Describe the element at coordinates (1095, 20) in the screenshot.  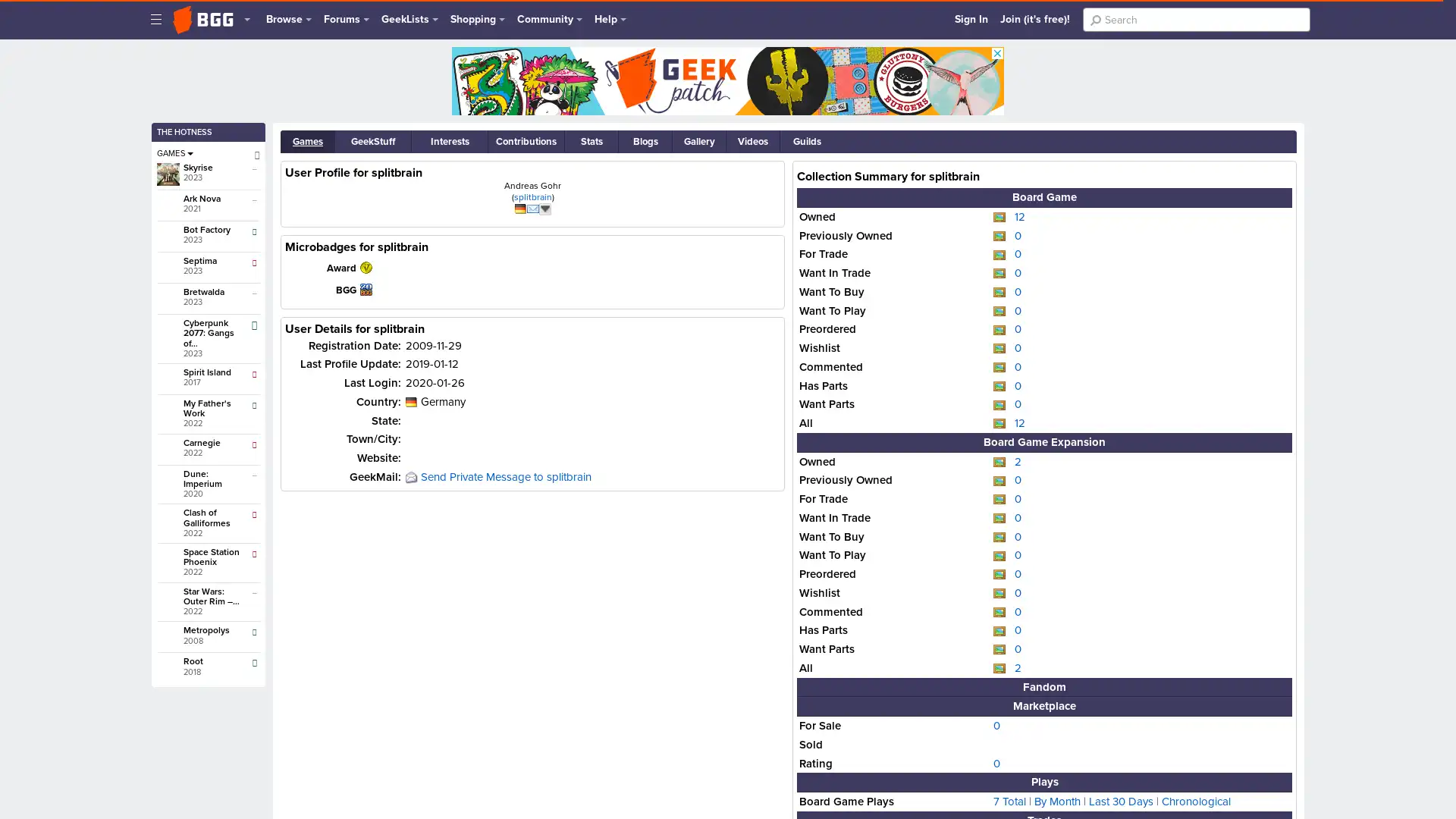
I see `Search` at that location.